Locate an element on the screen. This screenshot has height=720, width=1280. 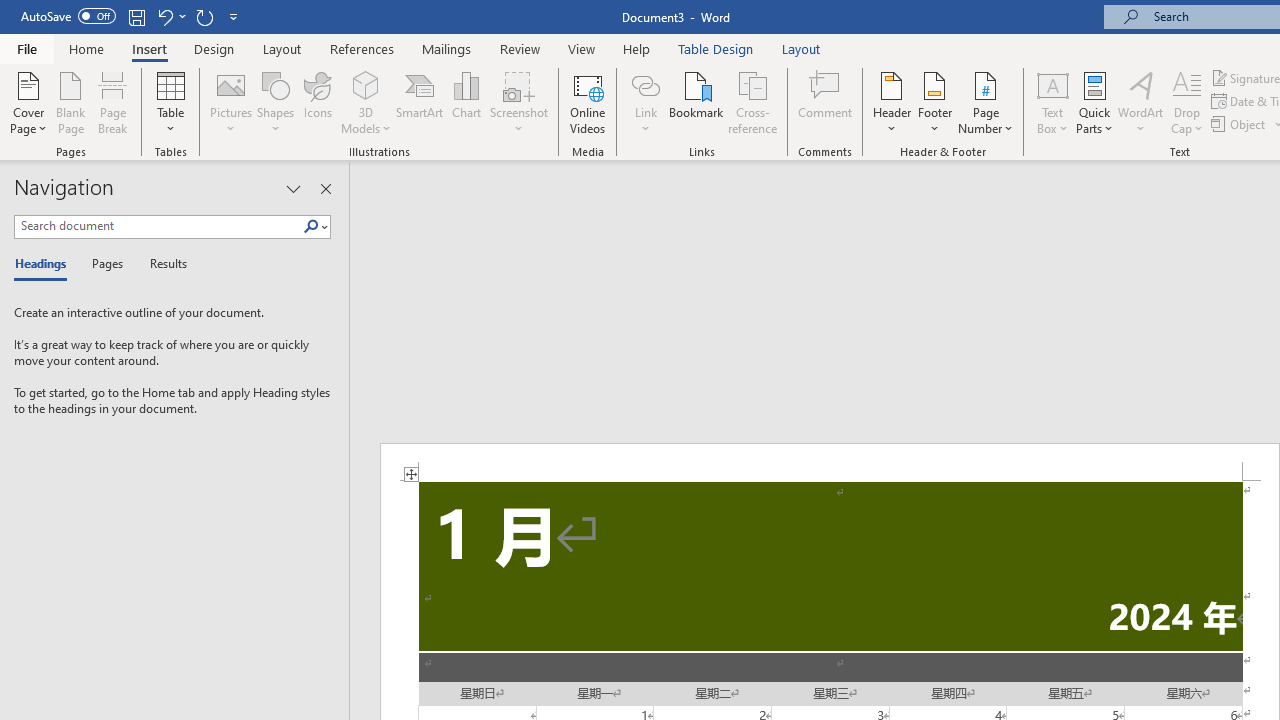
'Class: NetUIImage' is located at coordinates (310, 225).